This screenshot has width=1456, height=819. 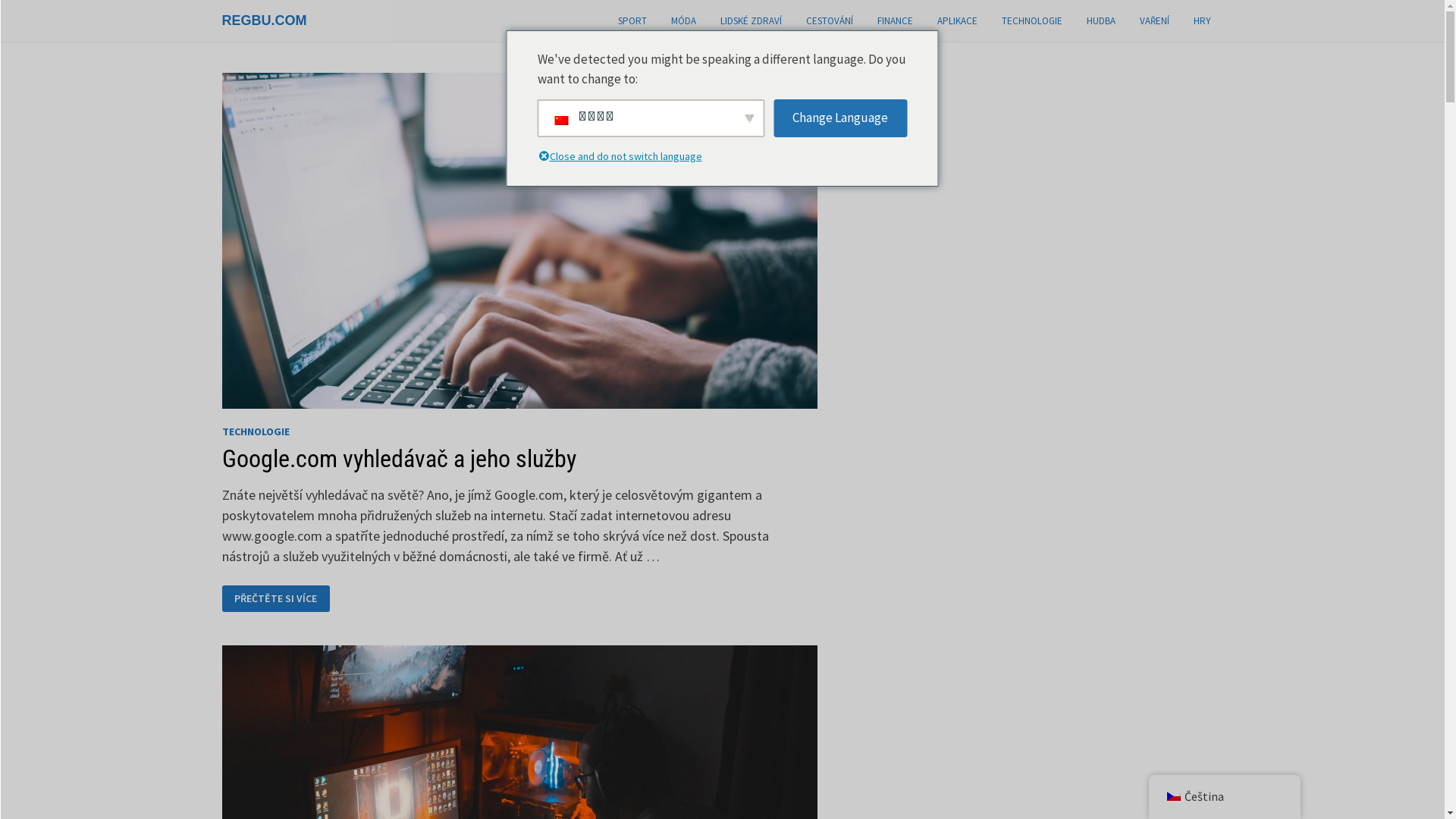 What do you see at coordinates (1100, 20) in the screenshot?
I see `'HUDBA'` at bounding box center [1100, 20].